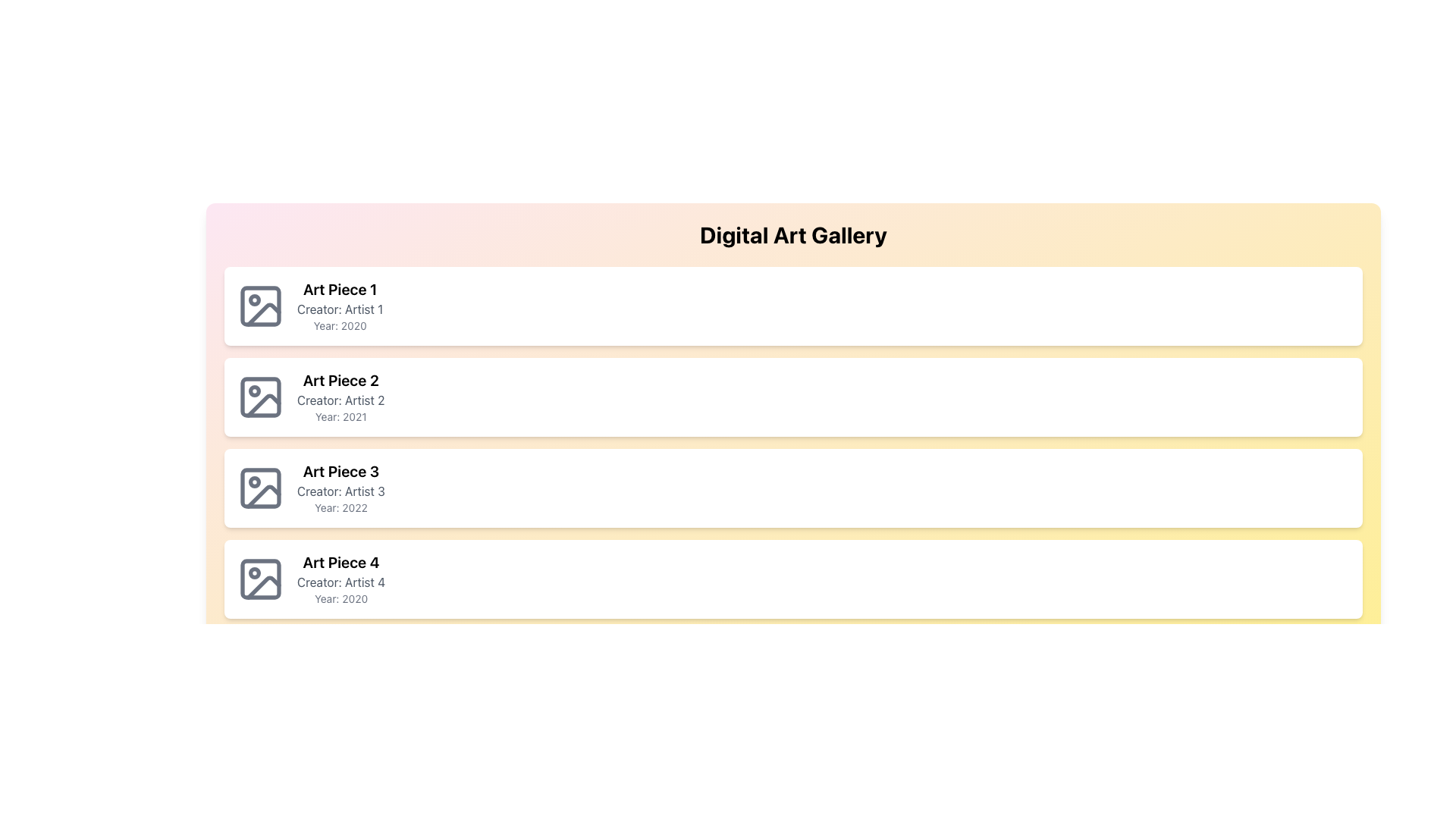 The image size is (1456, 819). What do you see at coordinates (255, 300) in the screenshot?
I see `the decorative Circle graphic element embedded within the first image icon of 'Art Piece 1'` at bounding box center [255, 300].